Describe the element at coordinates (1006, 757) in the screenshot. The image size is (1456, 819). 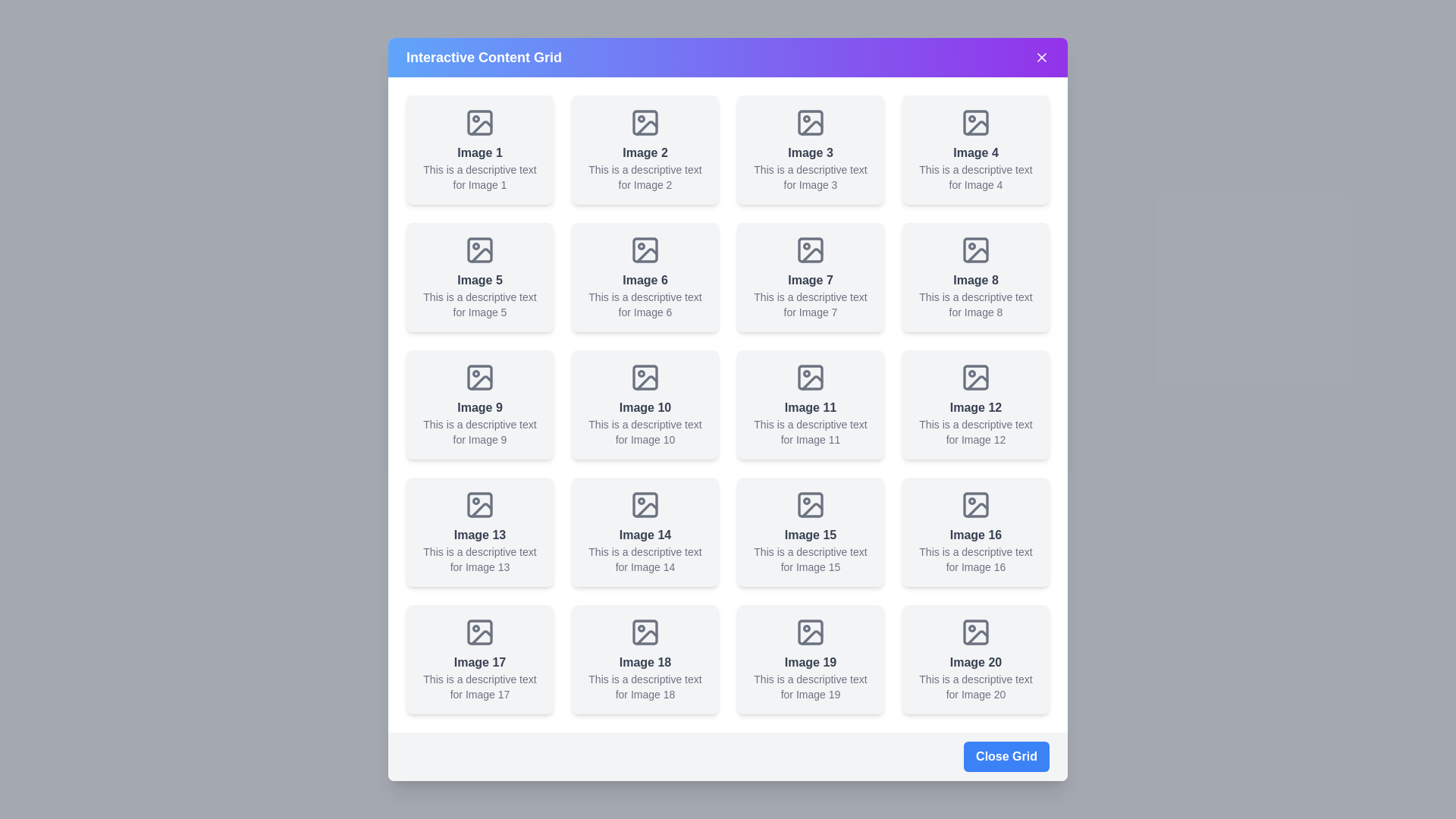
I see `the 'Close Grid' button to close the dialog` at that location.